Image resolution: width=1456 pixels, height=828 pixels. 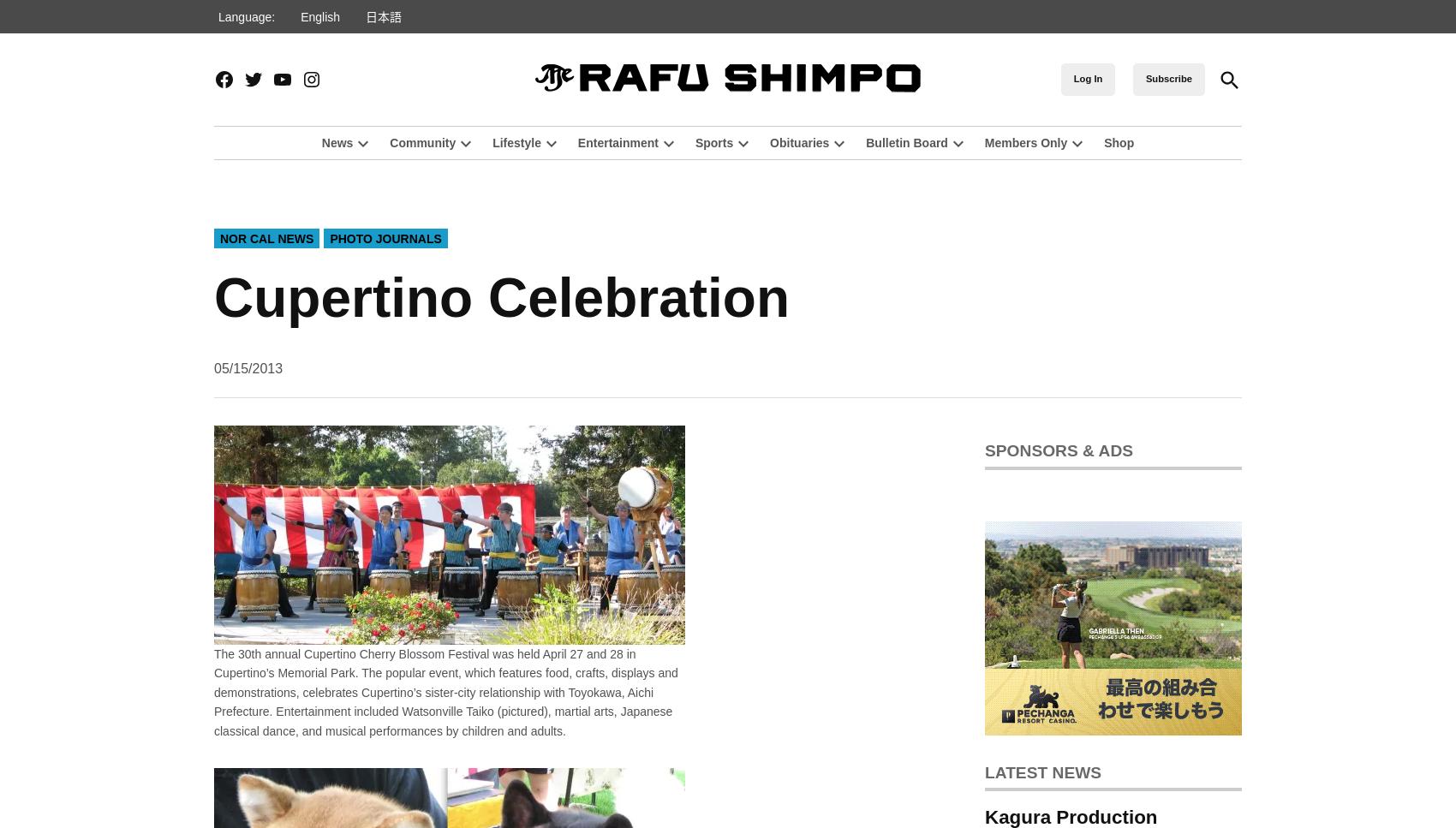 I want to click on 'Members Only', so click(x=1024, y=142).